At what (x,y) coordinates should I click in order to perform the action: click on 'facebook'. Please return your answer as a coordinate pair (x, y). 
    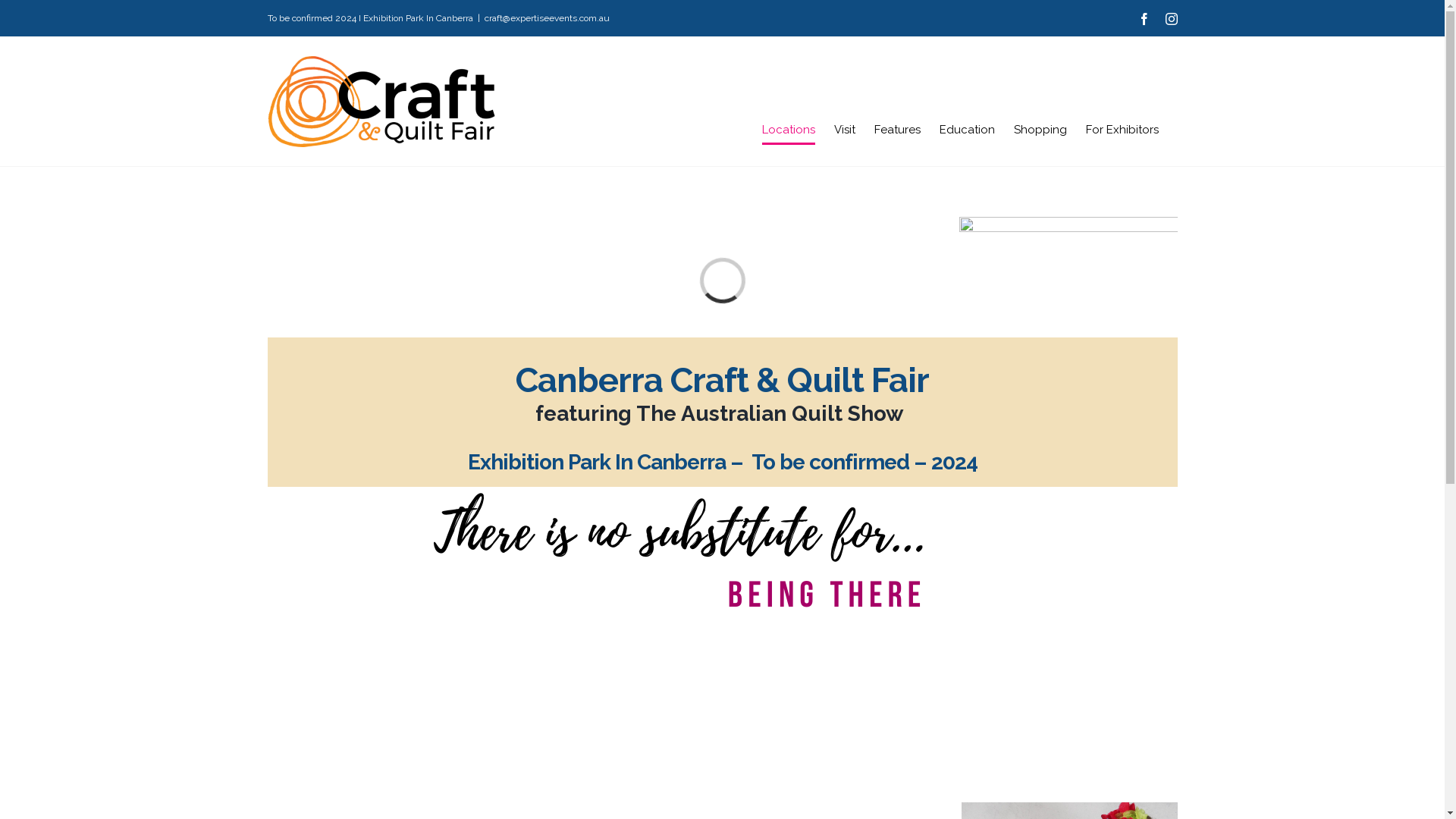
    Looking at the image, I should click on (1137, 18).